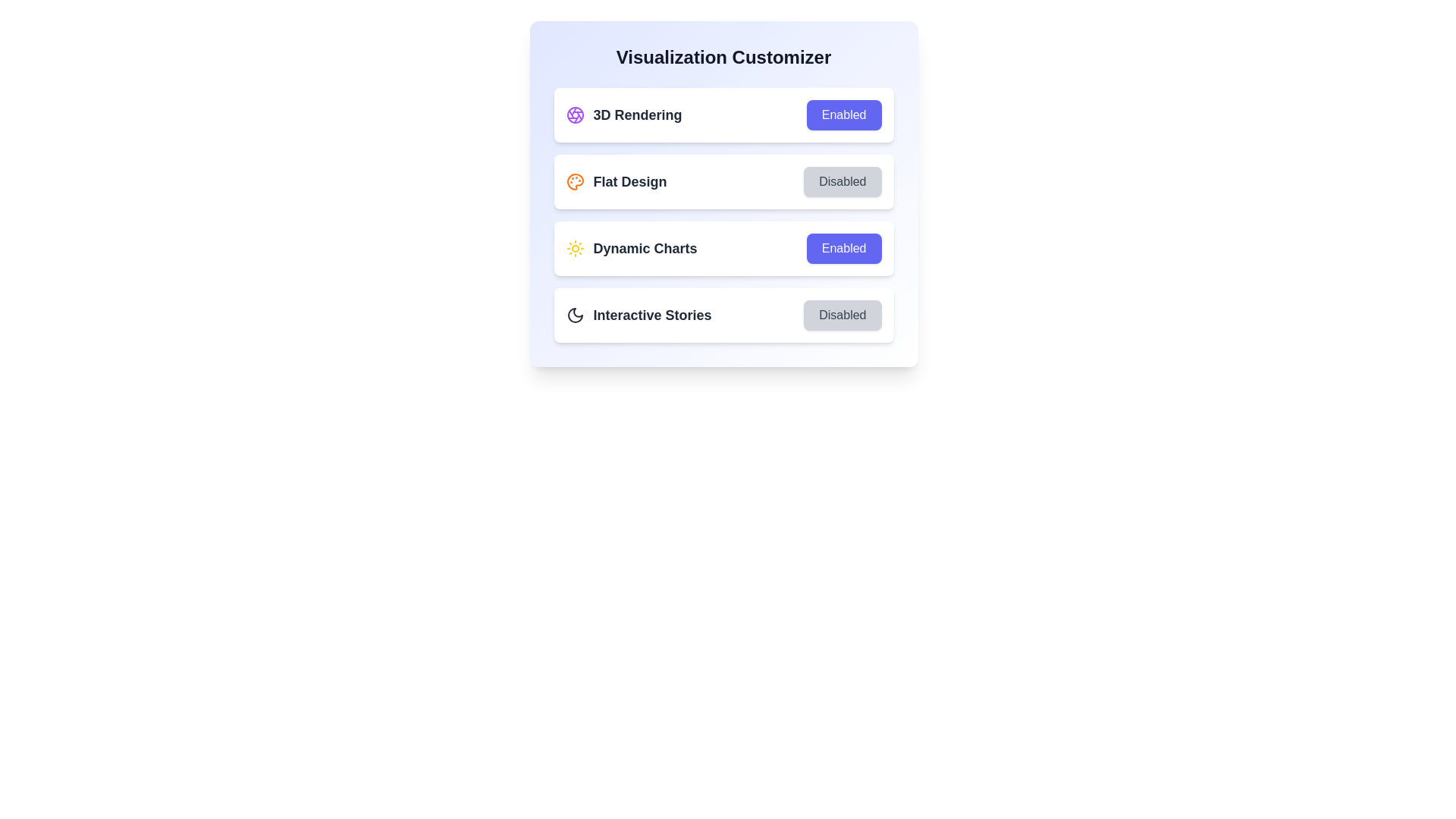 This screenshot has width=1456, height=819. I want to click on the main heading text 'Visualization Customizer', so click(723, 57).